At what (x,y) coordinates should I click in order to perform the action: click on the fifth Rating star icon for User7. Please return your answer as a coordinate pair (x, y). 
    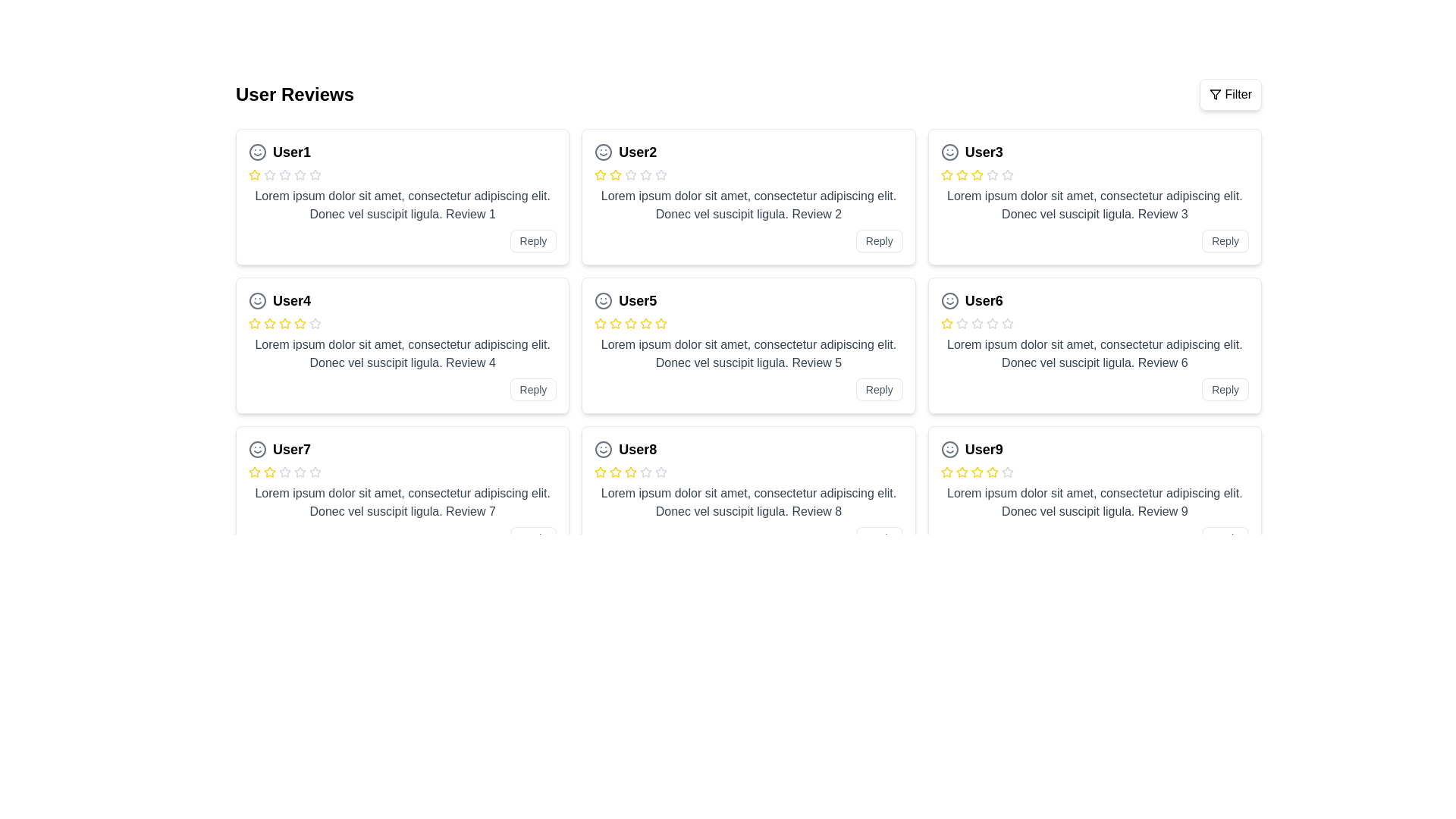
    Looking at the image, I should click on (284, 472).